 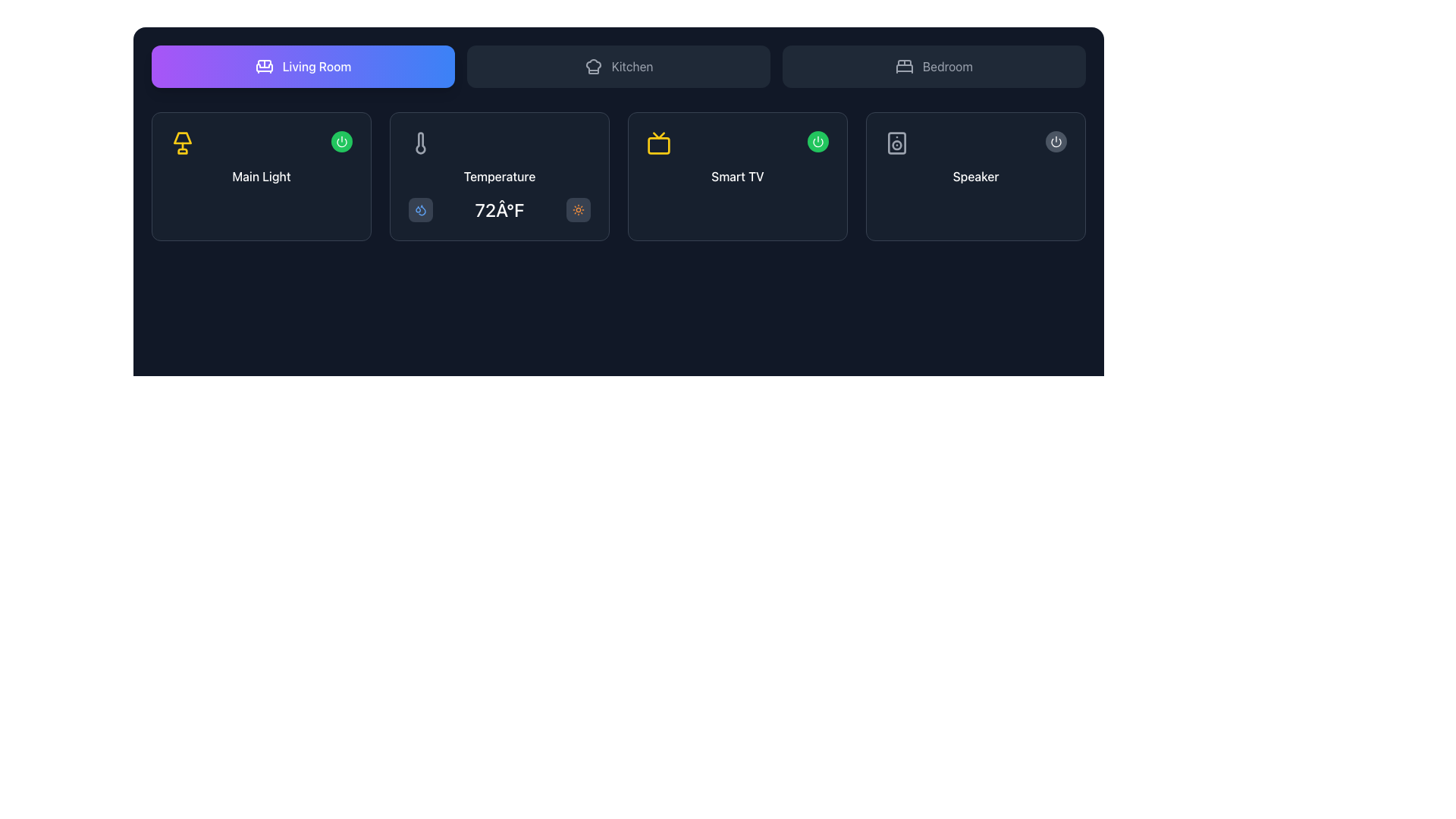 I want to click on the sofa icon located in the top-left area of the interface, which represents the 'Living Room' section, so click(x=264, y=67).